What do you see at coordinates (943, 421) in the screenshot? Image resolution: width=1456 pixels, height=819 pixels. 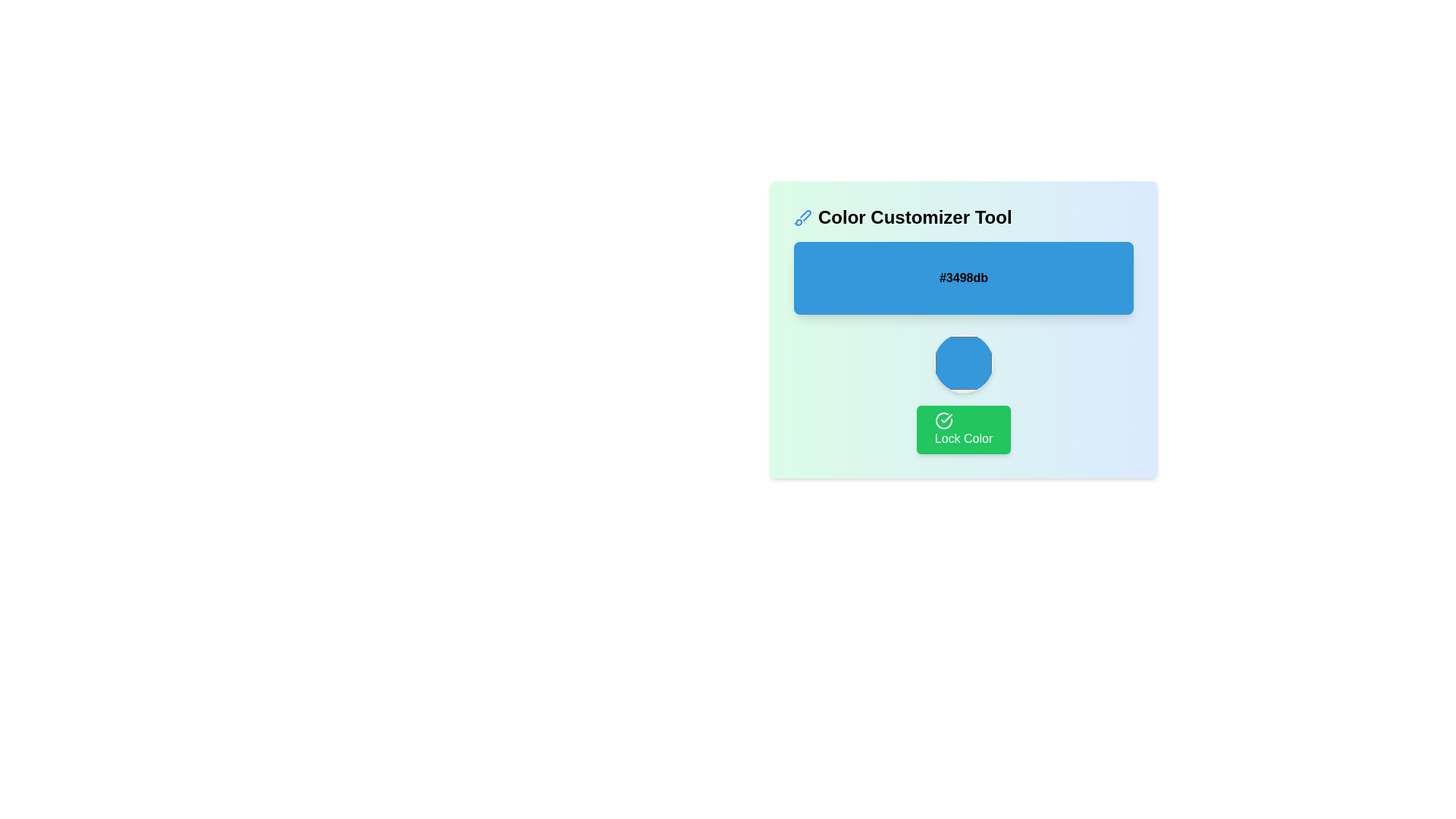 I see `the locking confirmation icon located inside the 'Lock Color' button at the bottom of the interface` at bounding box center [943, 421].